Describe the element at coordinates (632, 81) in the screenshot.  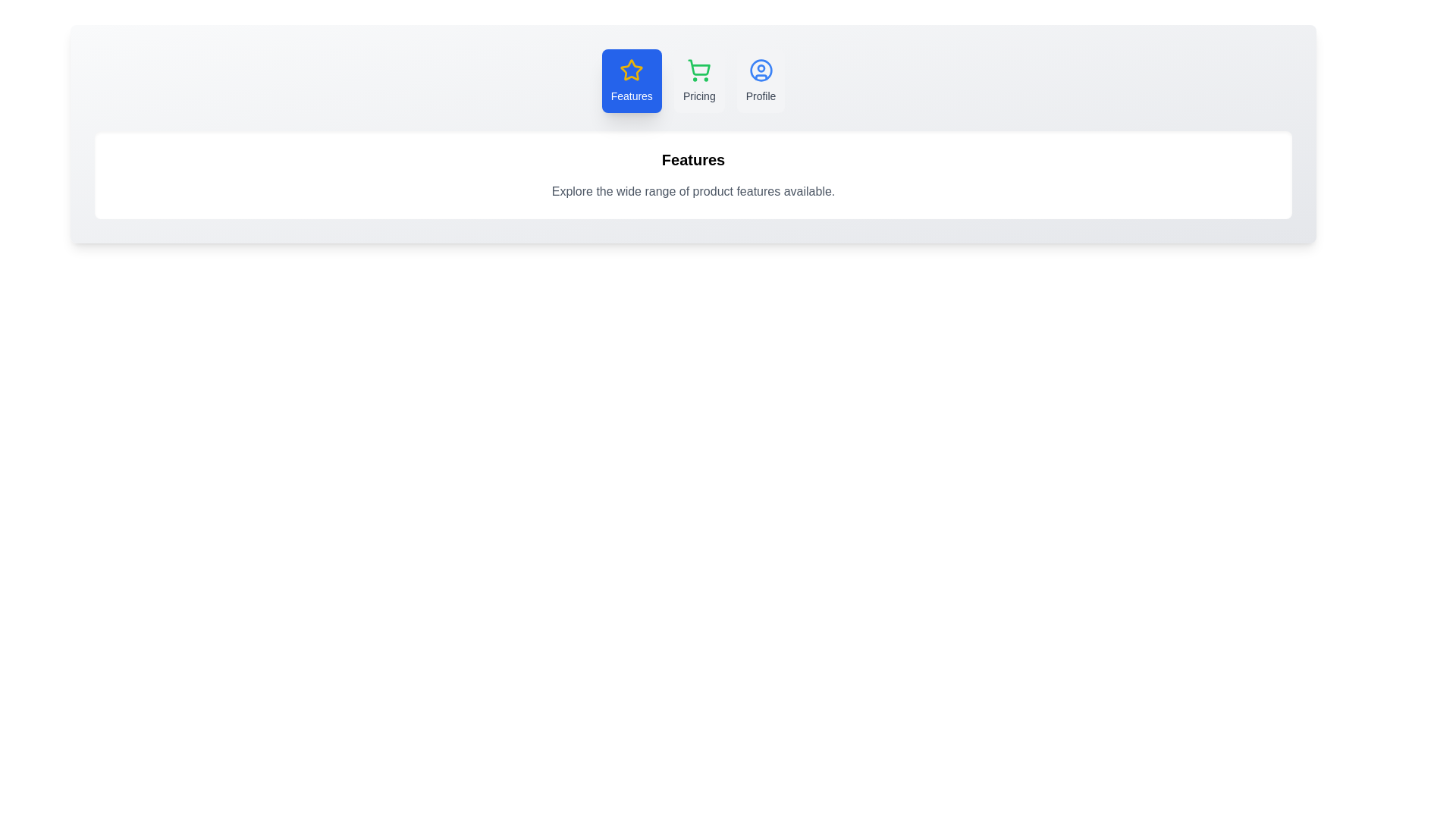
I see `the tab labeled Features to inspect its hover effect` at that location.